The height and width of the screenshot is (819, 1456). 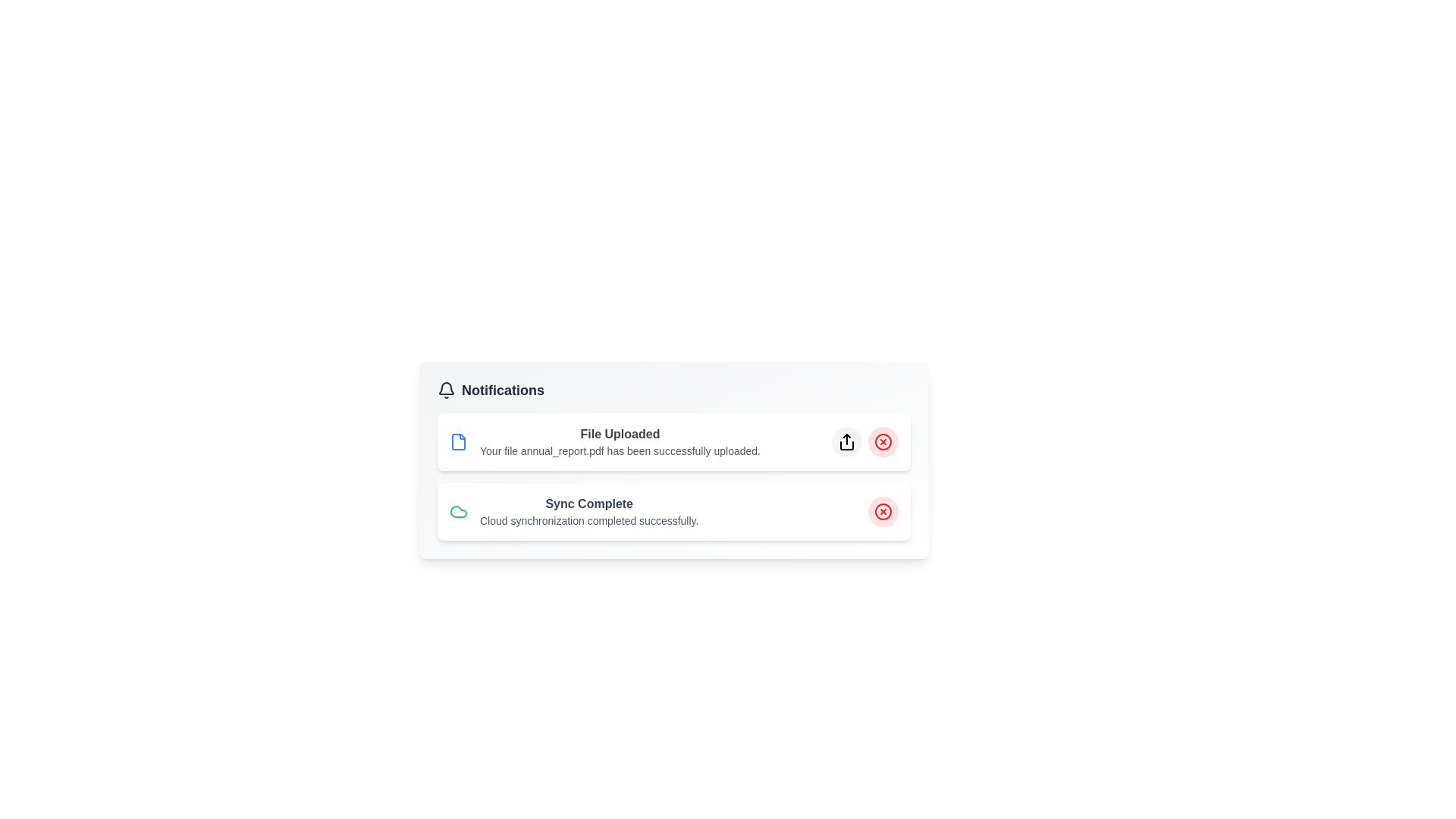 I want to click on the share icon button, which resembles a box with an upwards-pointing arrow, located to the right of the 'File Uploaded' notification title and above the red 'cancel' icon button in the notification bar, so click(x=846, y=441).